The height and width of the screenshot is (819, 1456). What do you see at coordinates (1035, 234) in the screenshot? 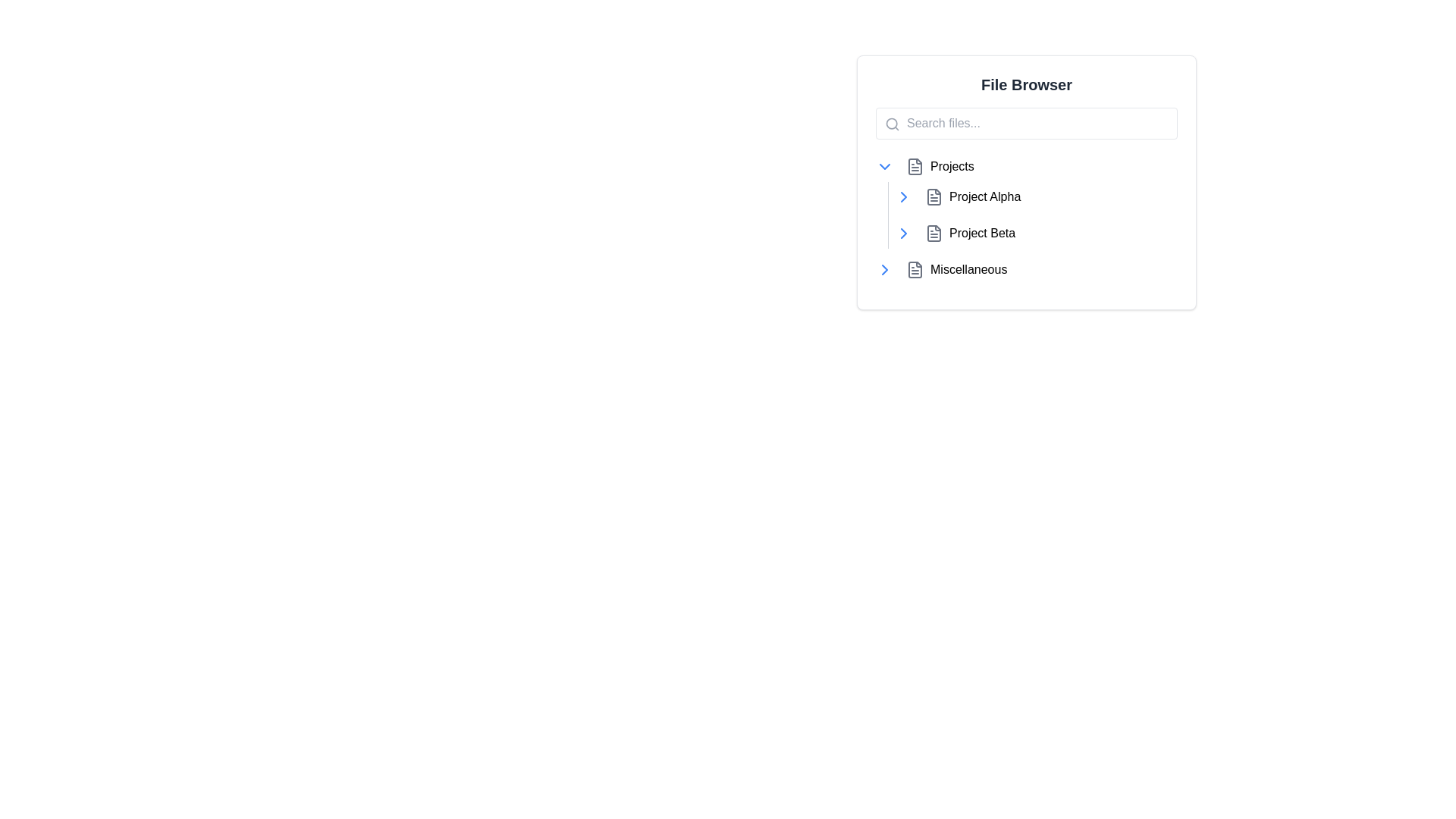
I see `the selectable list item labeled 'Project Beta' in the file explorer interface` at bounding box center [1035, 234].